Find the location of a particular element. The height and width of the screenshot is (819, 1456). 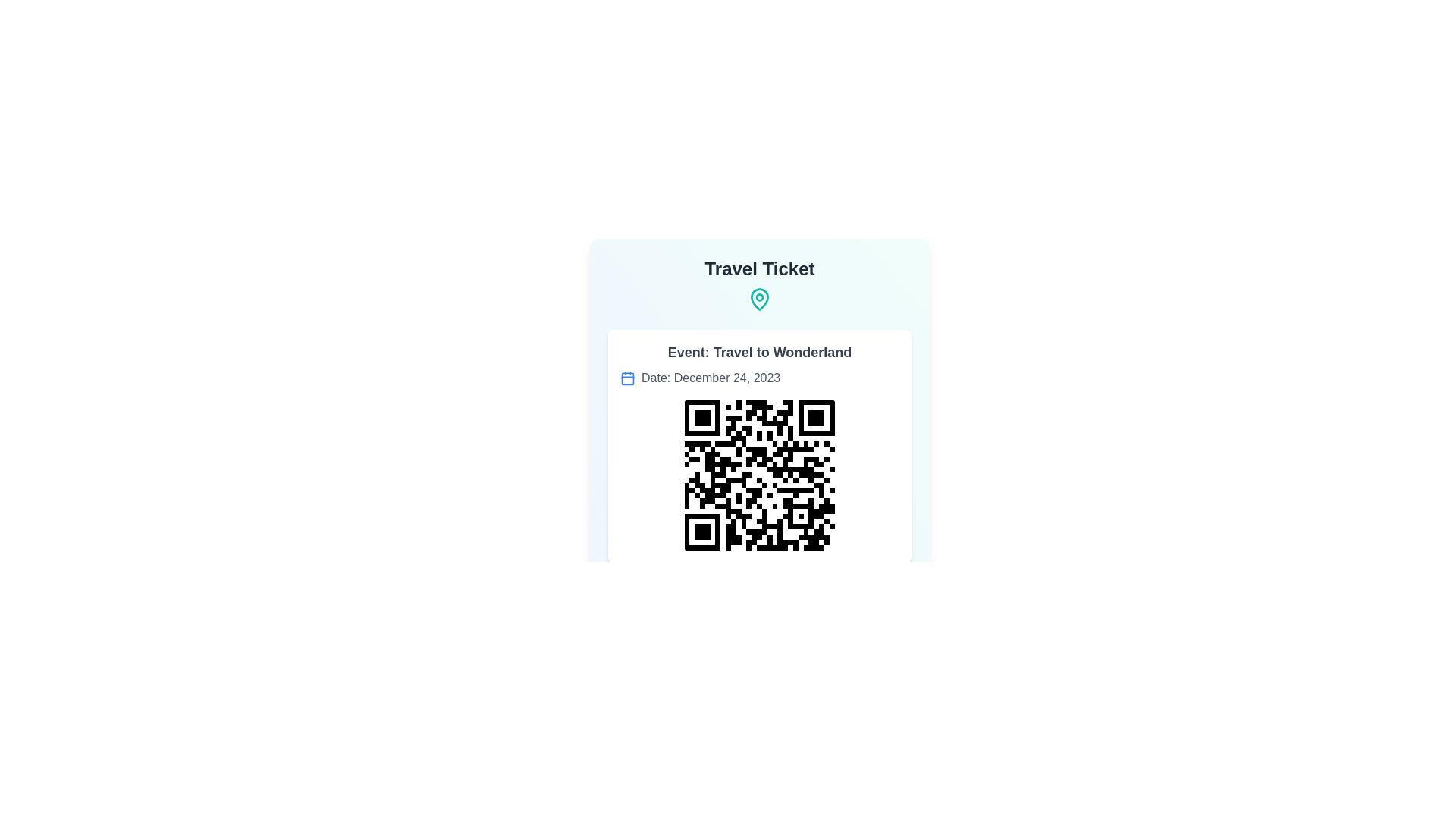

the map-related icon representing travel destinations located under the 'Travel Ticket' title is located at coordinates (760, 298).